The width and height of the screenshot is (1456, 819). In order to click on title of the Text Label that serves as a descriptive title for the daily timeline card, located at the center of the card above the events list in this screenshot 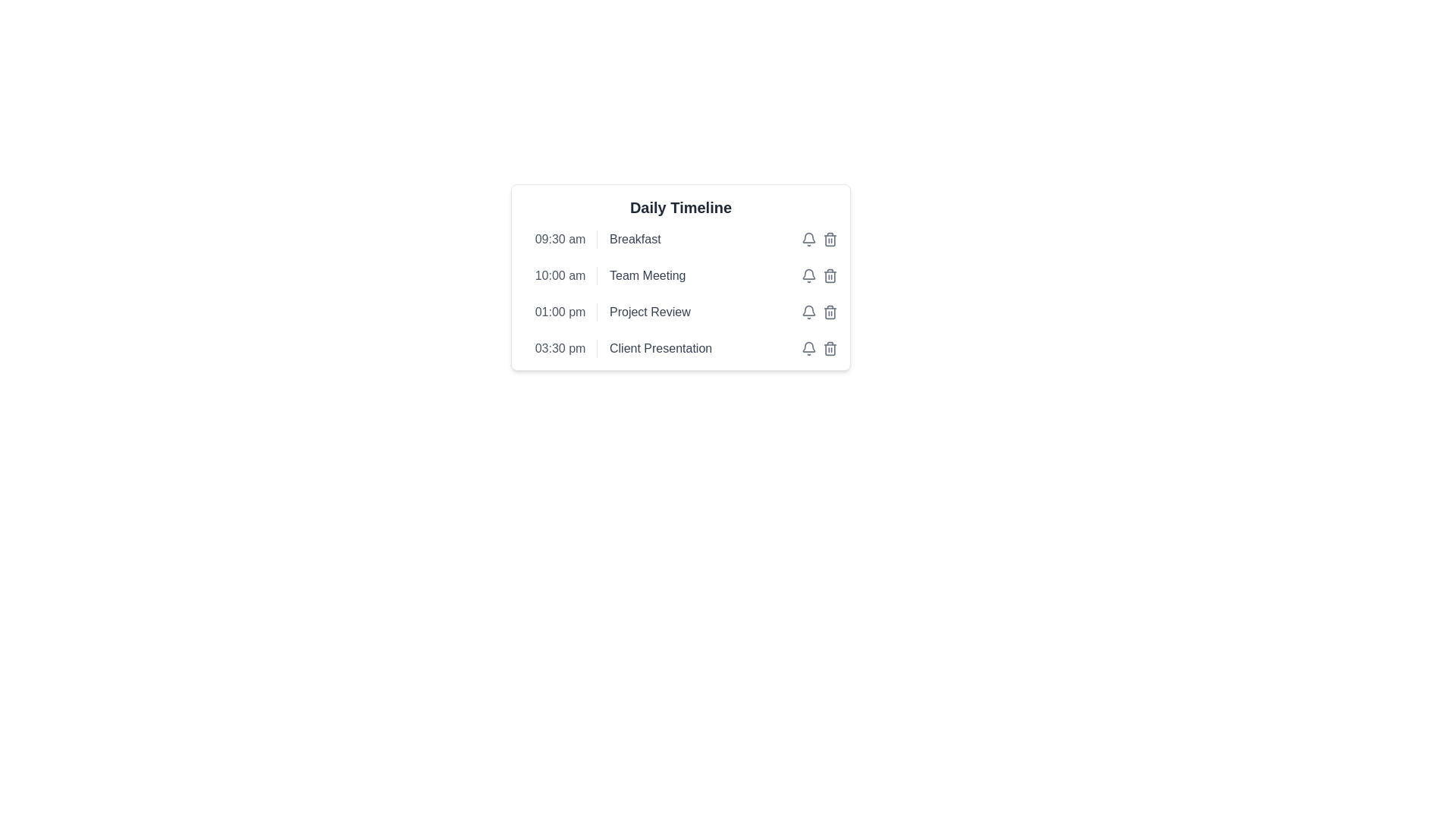, I will do `click(679, 207)`.